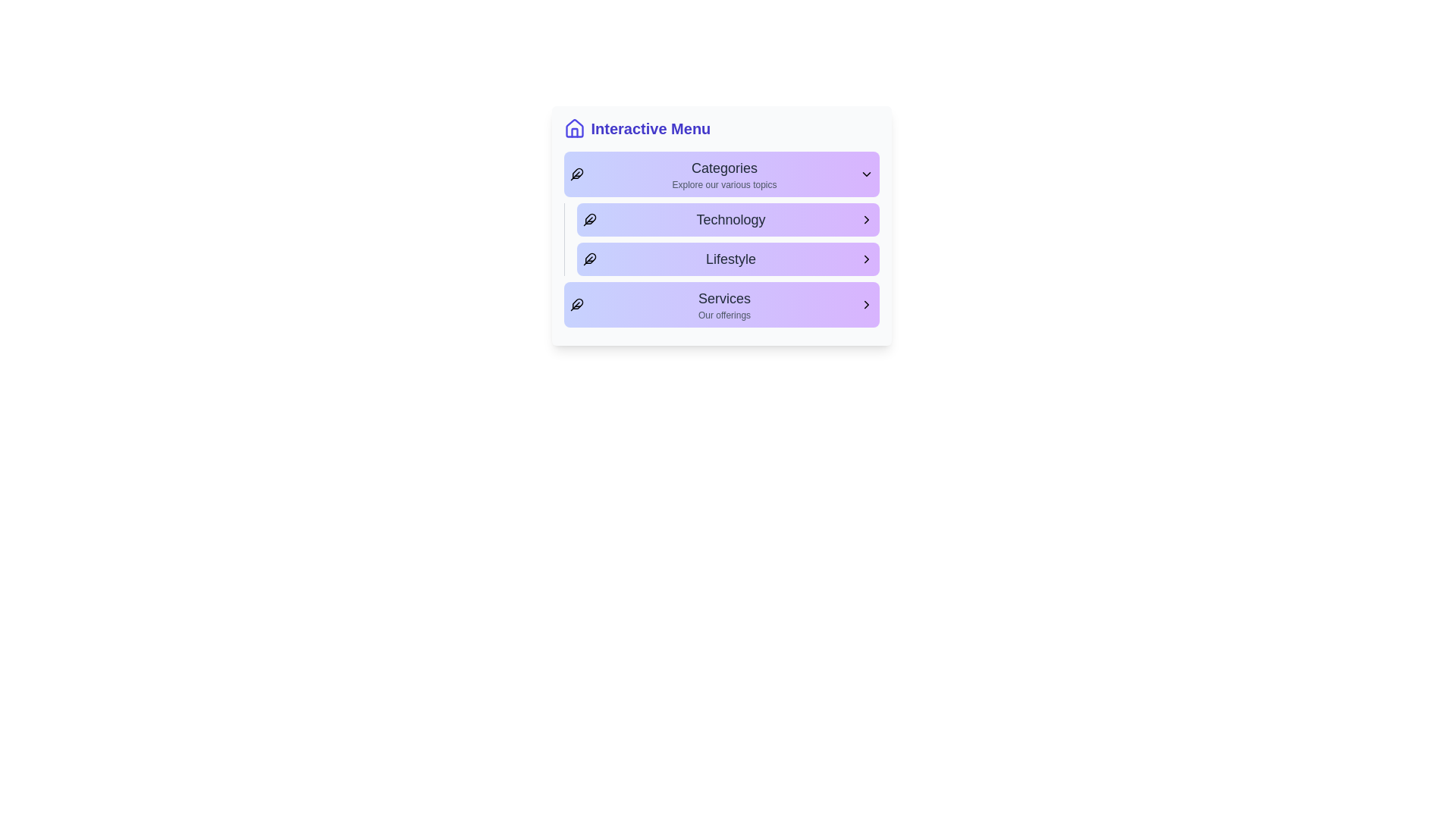 The width and height of the screenshot is (1456, 819). Describe the element at coordinates (866, 304) in the screenshot. I see `the Chevron icon at the right end of the 'Services - Our offerings' menu` at that location.